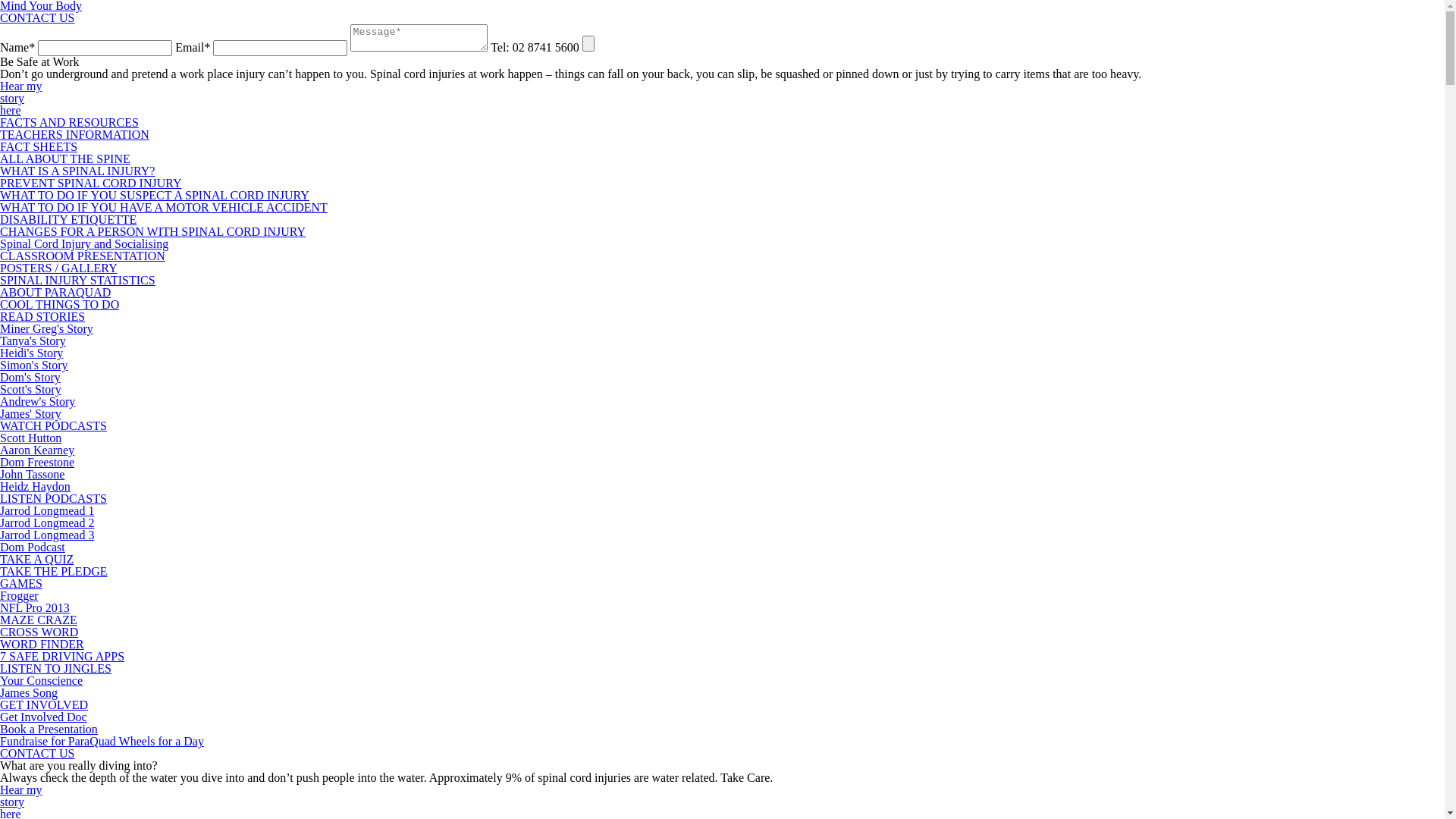  I want to click on 'Your Conscience', so click(41, 679).